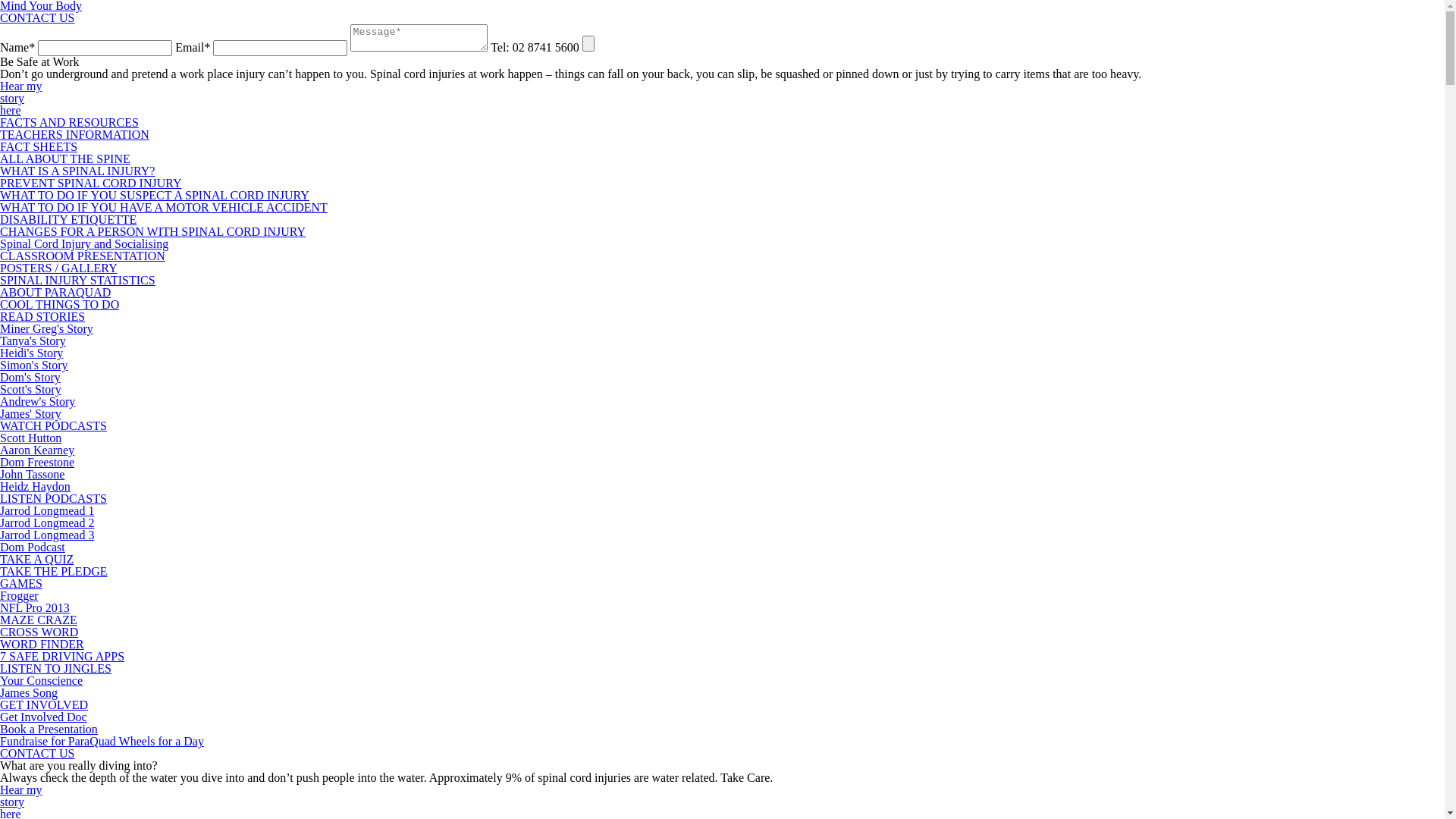  I want to click on 'Your Conscience', so click(41, 679).